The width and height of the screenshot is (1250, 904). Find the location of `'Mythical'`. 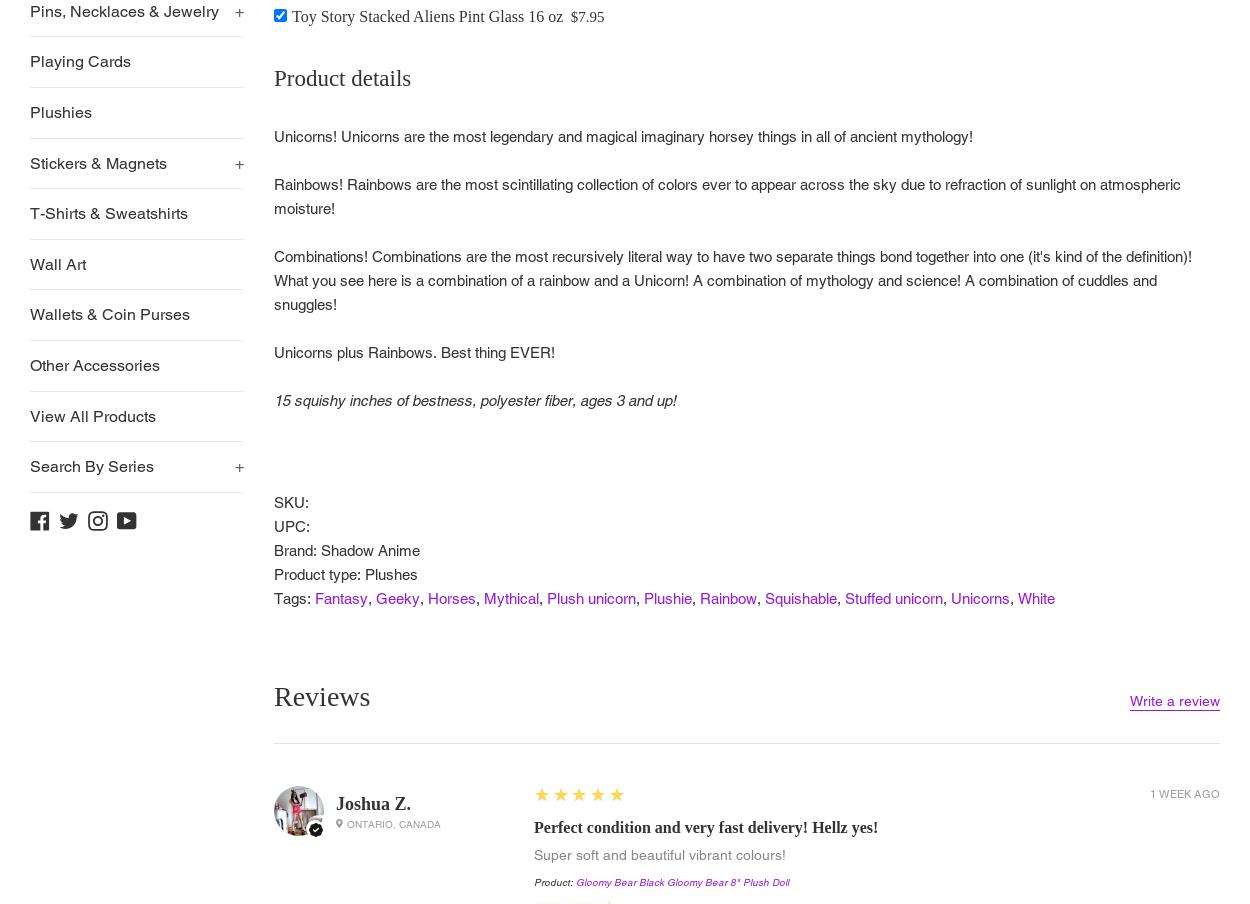

'Mythical' is located at coordinates (511, 597).